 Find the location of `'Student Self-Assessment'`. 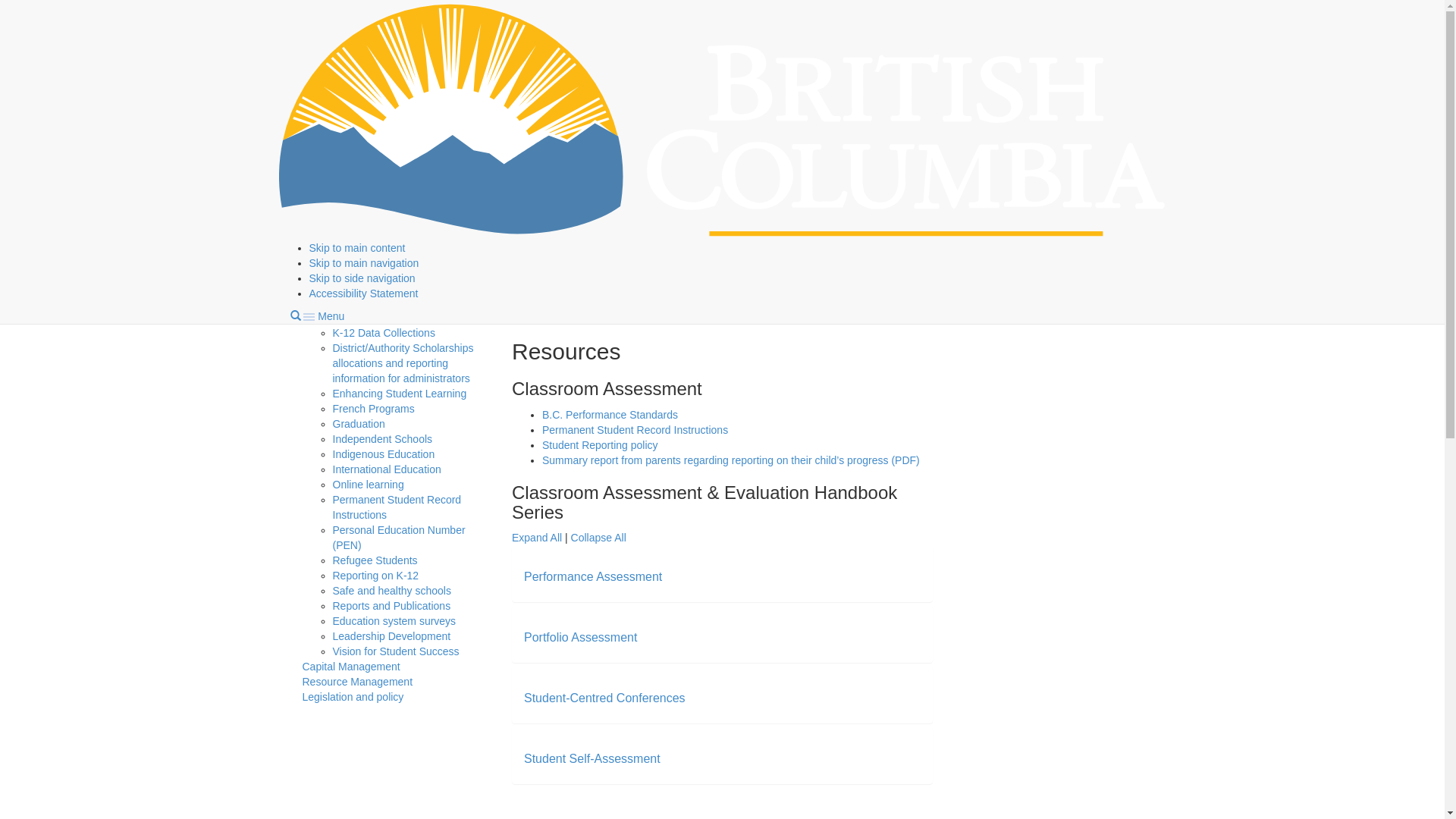

'Student Self-Assessment' is located at coordinates (591, 758).